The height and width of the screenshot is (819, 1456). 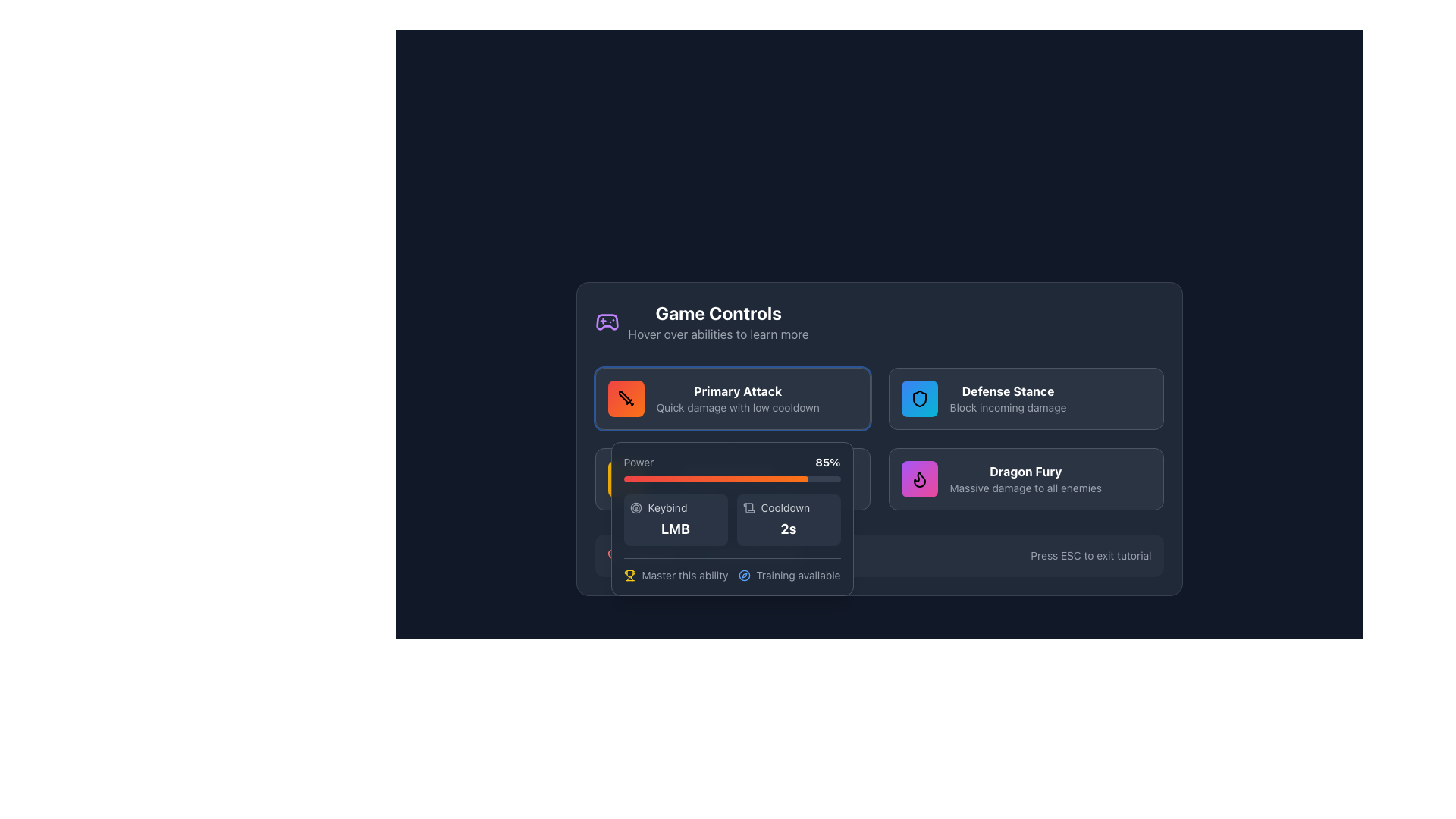 What do you see at coordinates (738, 406) in the screenshot?
I see `the static text reading 'Quick damage with low cooldown,' which is located directly below the 'Primary Attack' heading in the 'Primary Attack' section of the 'Game Controls' interface` at bounding box center [738, 406].